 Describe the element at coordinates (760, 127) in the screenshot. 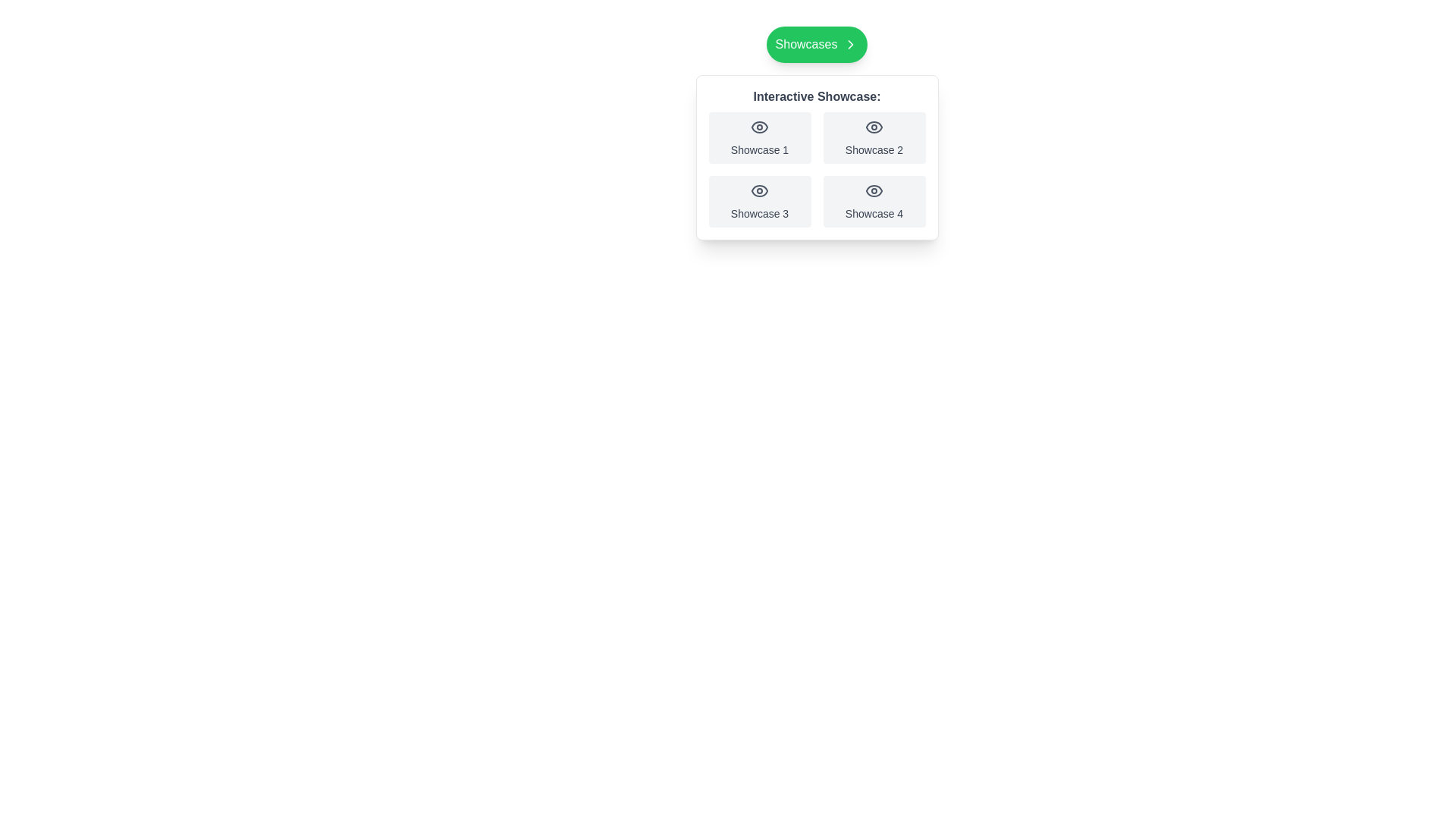

I see `the eye-shaped SVG icon located above the text label 'Showcase 1'` at that location.